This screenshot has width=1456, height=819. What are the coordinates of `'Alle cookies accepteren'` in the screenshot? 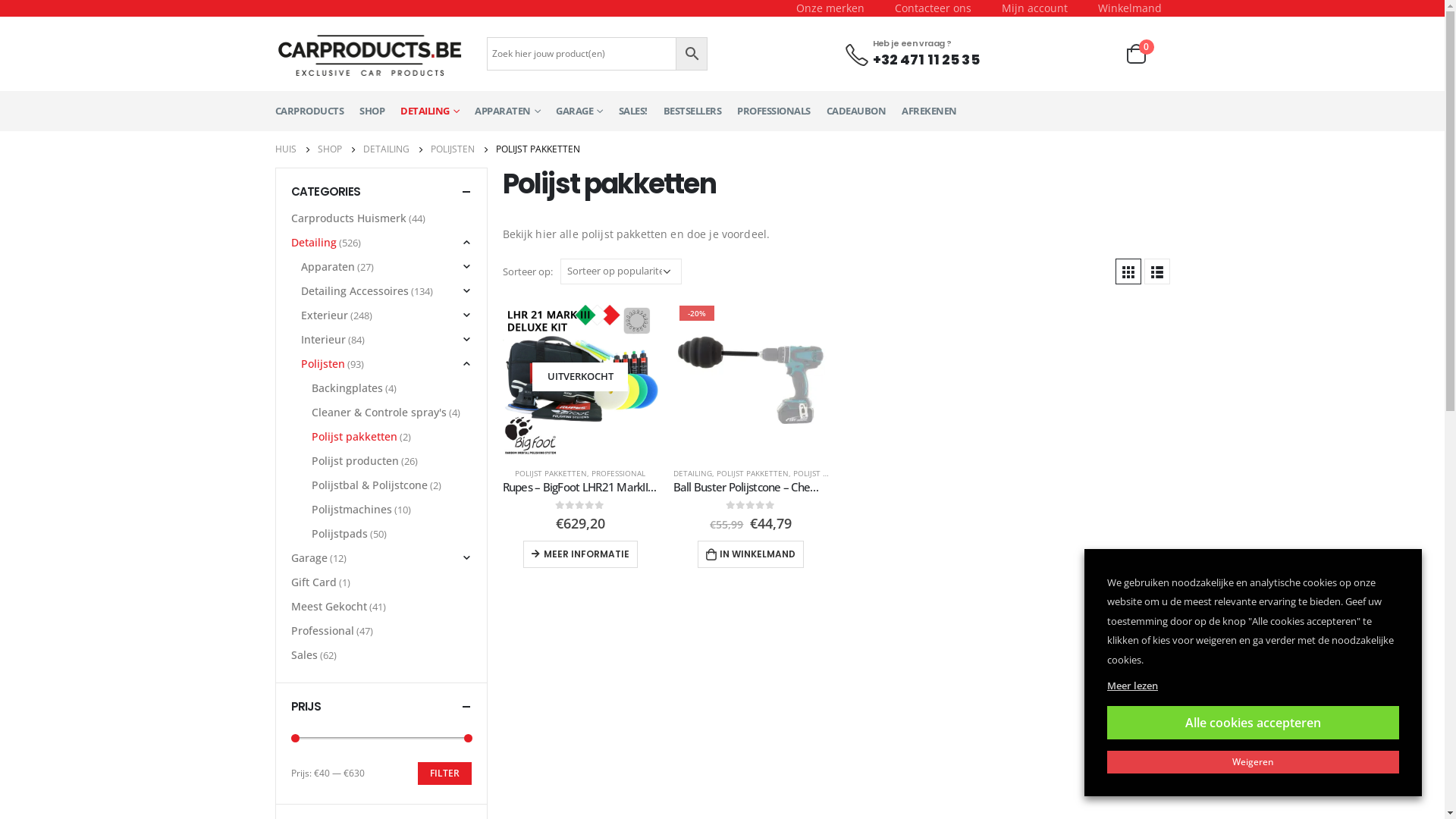 It's located at (1253, 721).